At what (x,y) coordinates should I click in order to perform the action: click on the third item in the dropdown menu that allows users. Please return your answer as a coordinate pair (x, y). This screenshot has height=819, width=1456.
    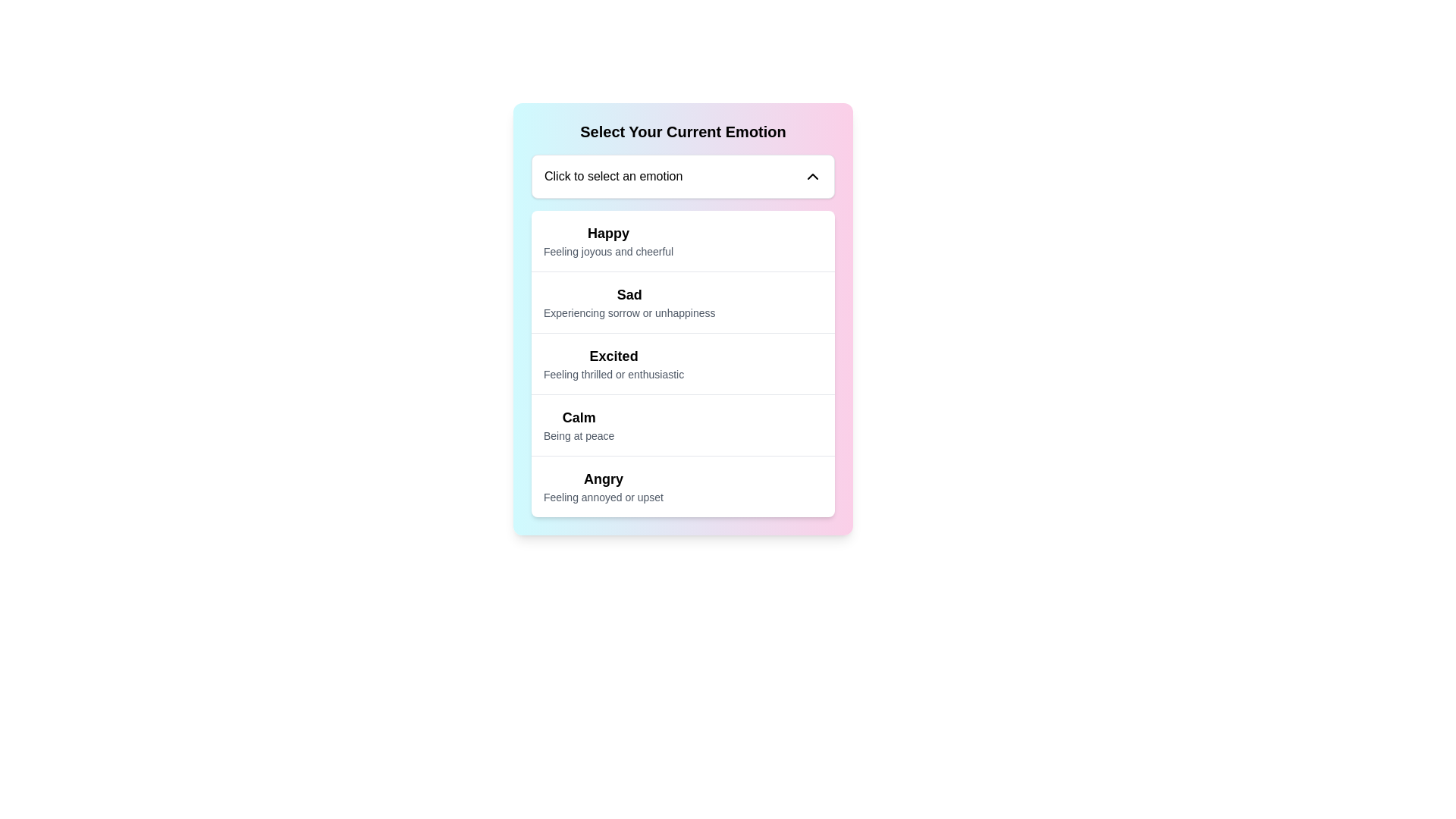
    Looking at the image, I should click on (613, 363).